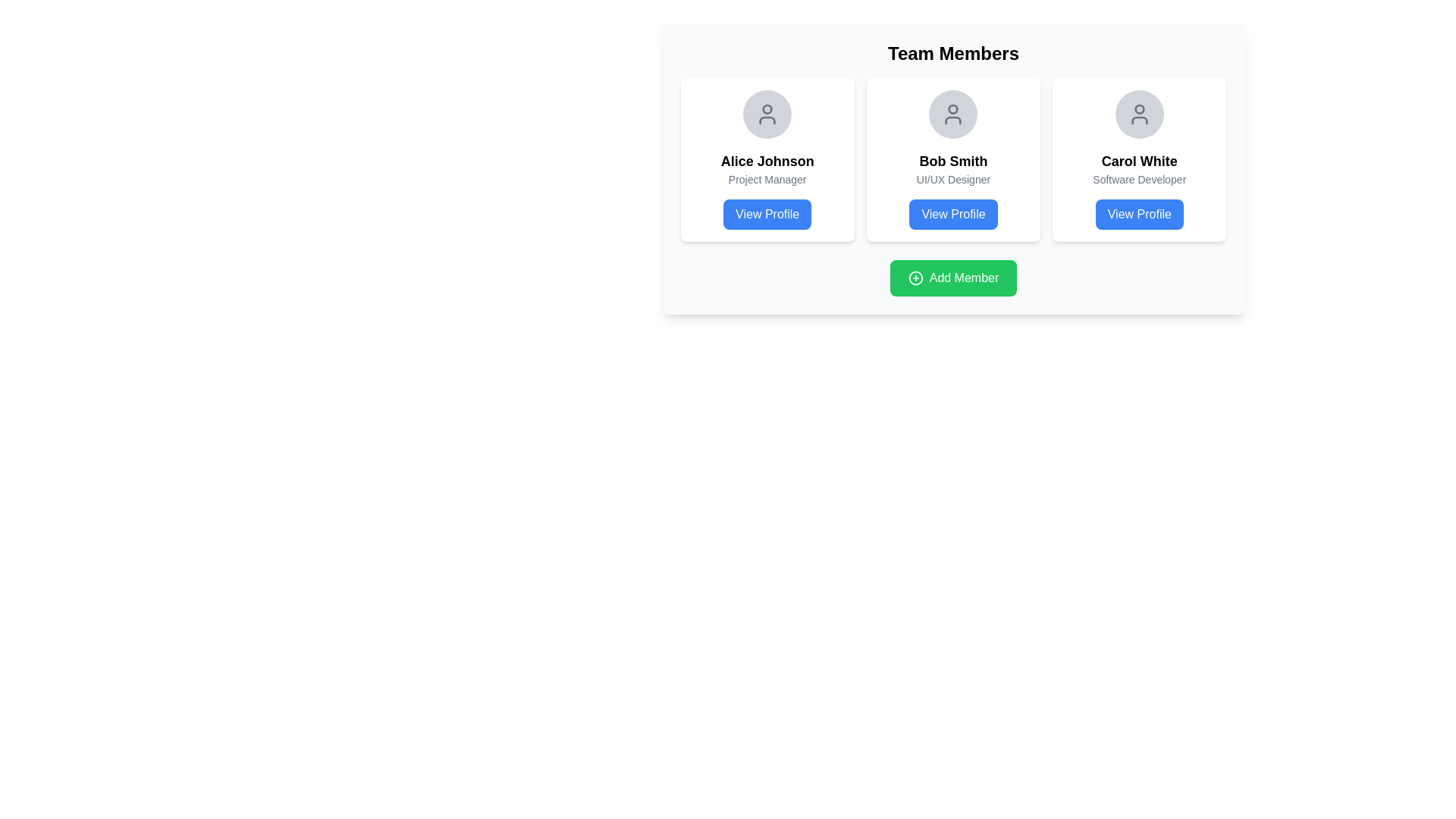 The width and height of the screenshot is (1456, 819). I want to click on the text label displaying 'Alice Johnson', which is styled in bold and slightly larger font, positioned between the user's circular avatar and the description 'Project Manager', so click(767, 161).